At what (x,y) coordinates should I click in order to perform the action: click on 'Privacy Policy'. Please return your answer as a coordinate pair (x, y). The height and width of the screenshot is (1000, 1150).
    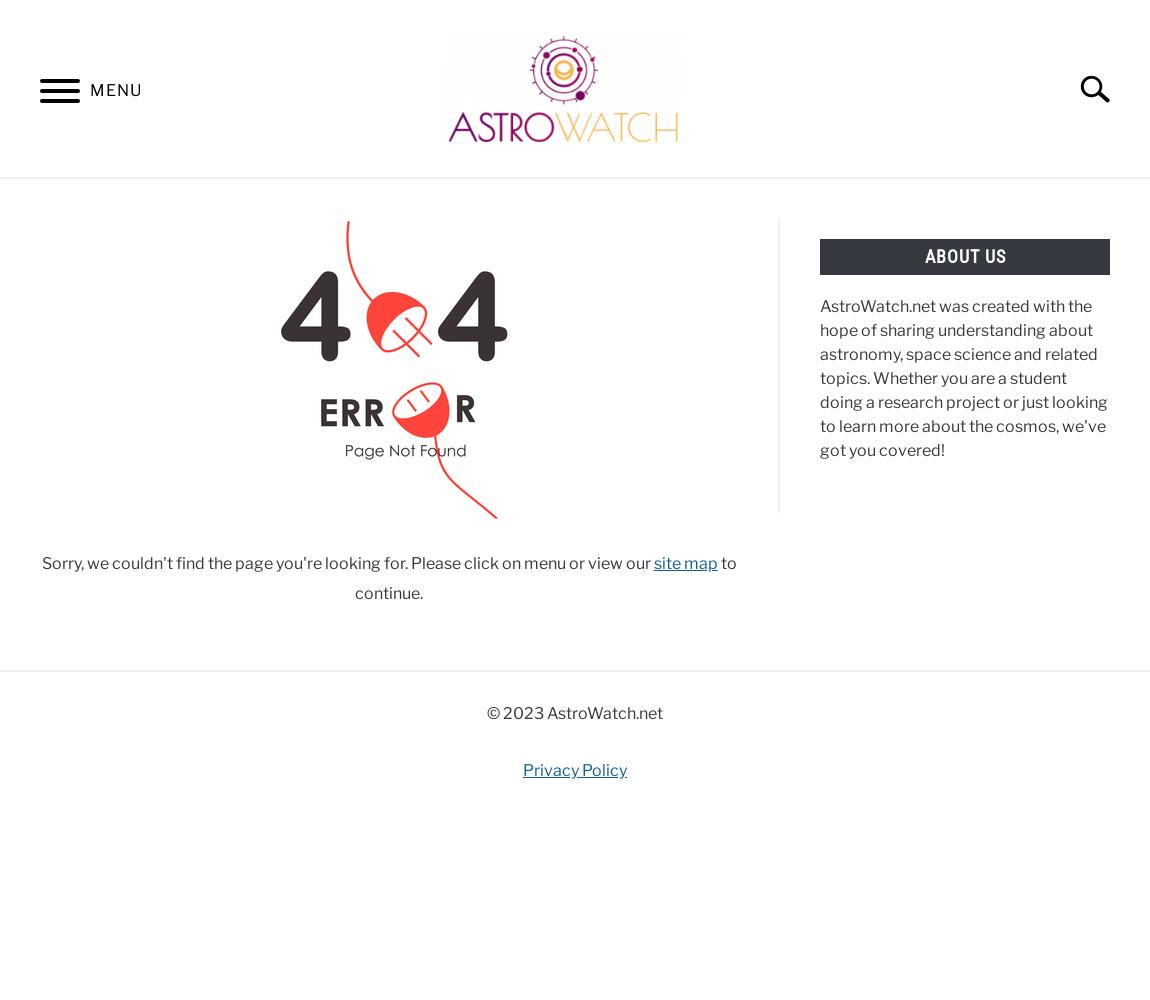
    Looking at the image, I should click on (575, 769).